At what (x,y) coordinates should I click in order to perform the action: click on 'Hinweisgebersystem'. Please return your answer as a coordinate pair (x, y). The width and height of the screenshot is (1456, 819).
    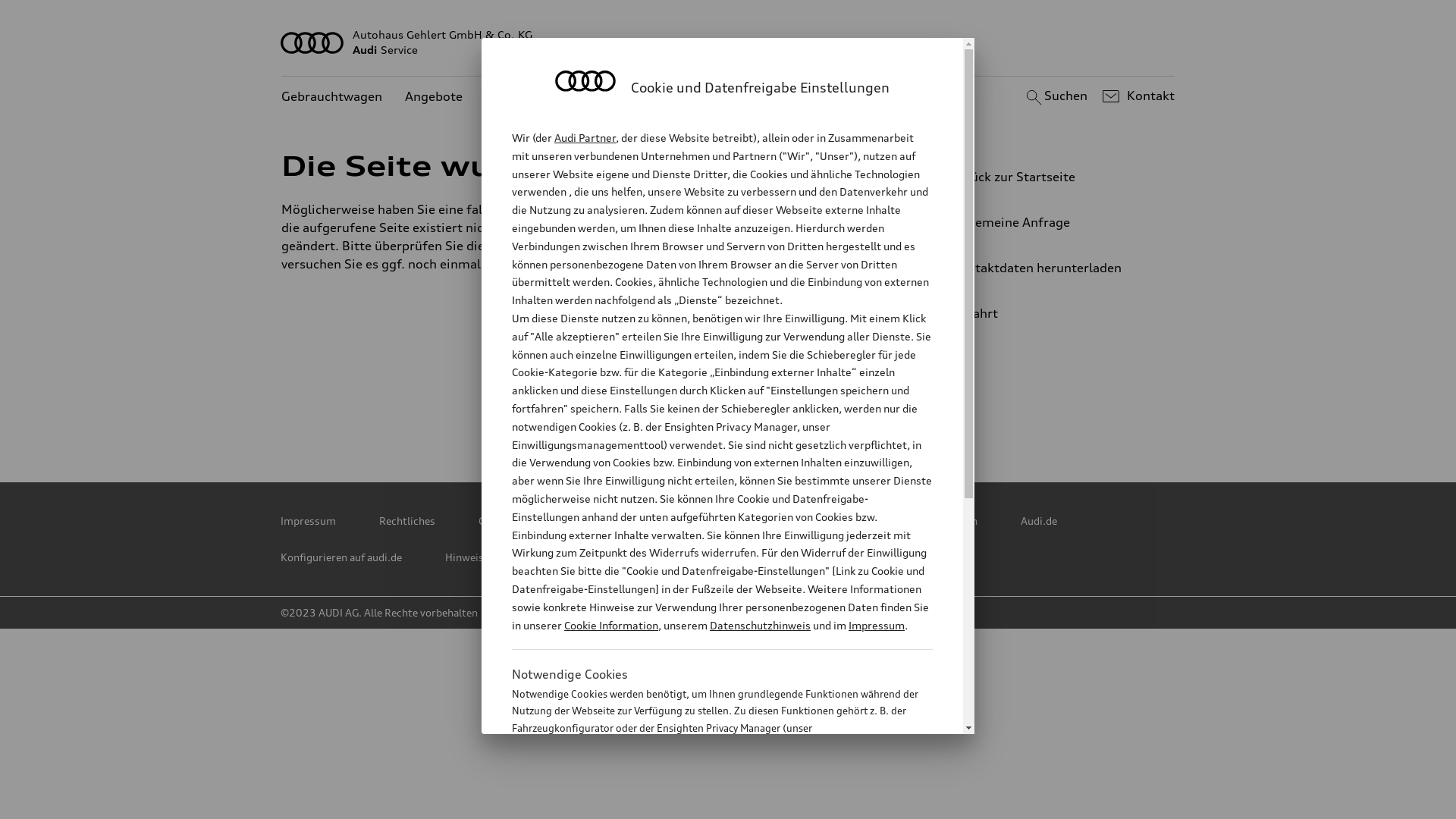
    Looking at the image, I should click on (495, 557).